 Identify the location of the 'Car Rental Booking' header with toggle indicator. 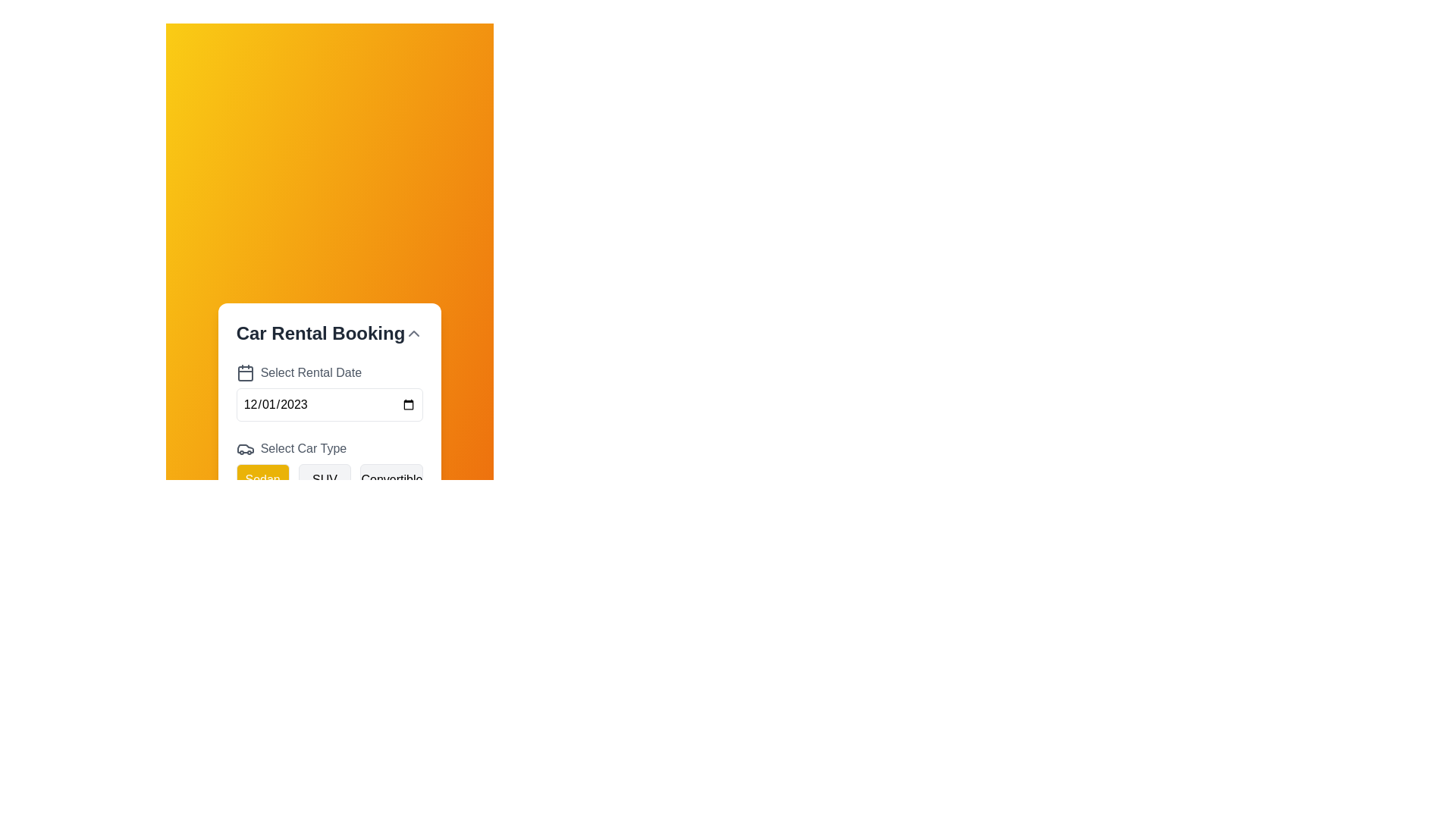
(329, 332).